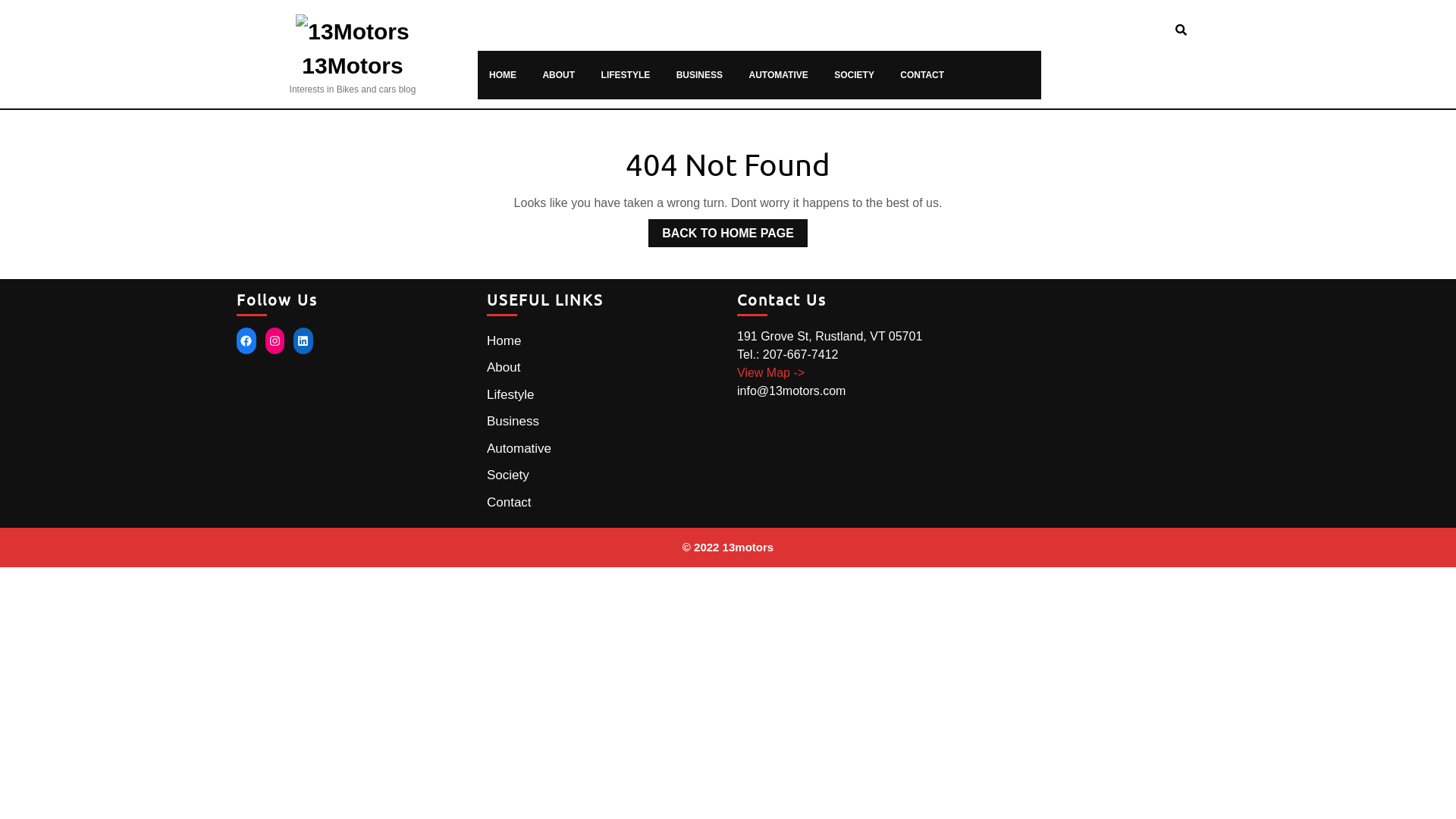 The width and height of the screenshot is (1456, 819). What do you see at coordinates (648, 233) in the screenshot?
I see `'BACK TO HOME PAGE'` at bounding box center [648, 233].